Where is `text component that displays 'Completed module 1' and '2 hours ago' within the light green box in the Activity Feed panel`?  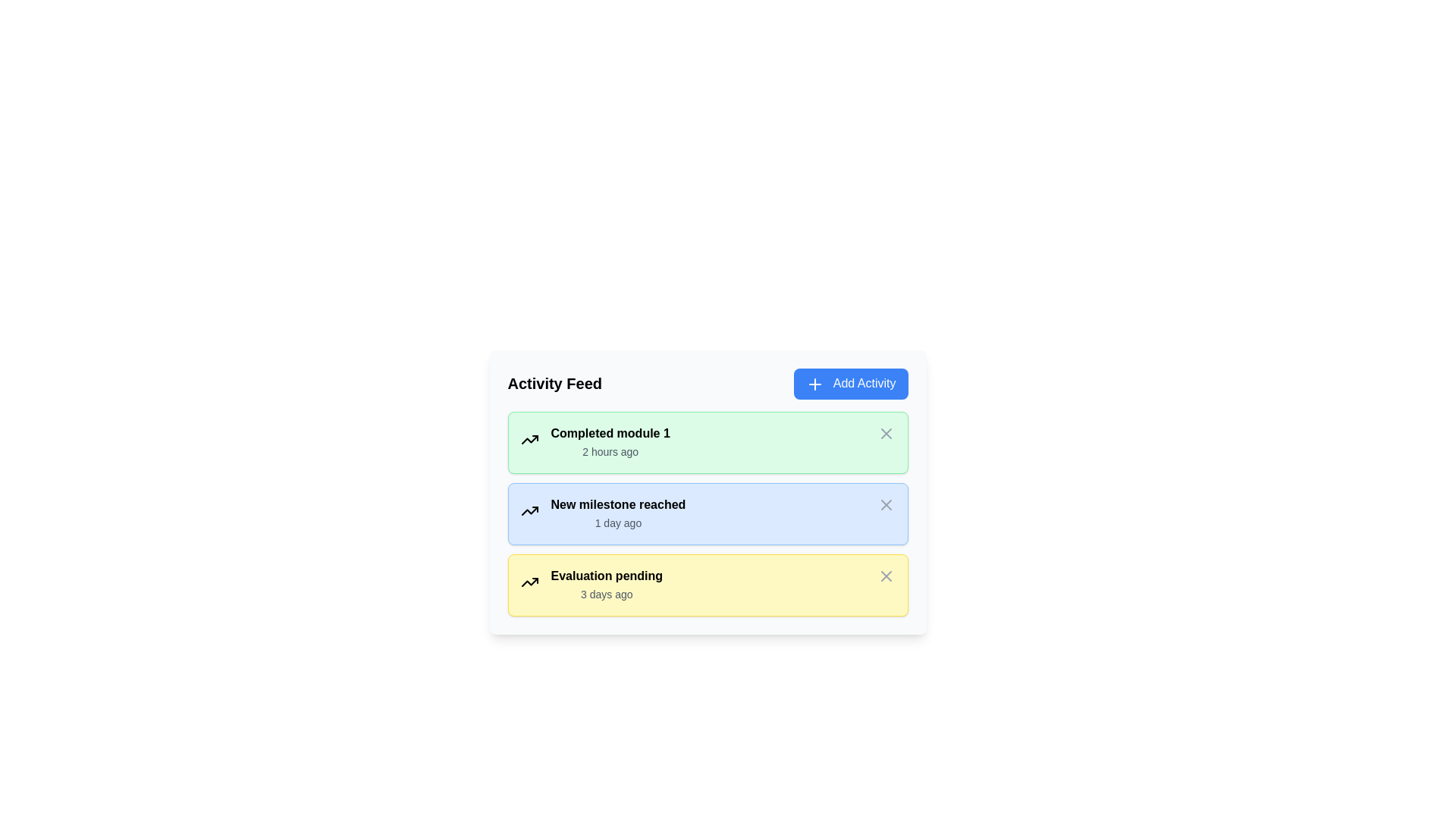 text component that displays 'Completed module 1' and '2 hours ago' within the light green box in the Activity Feed panel is located at coordinates (610, 442).